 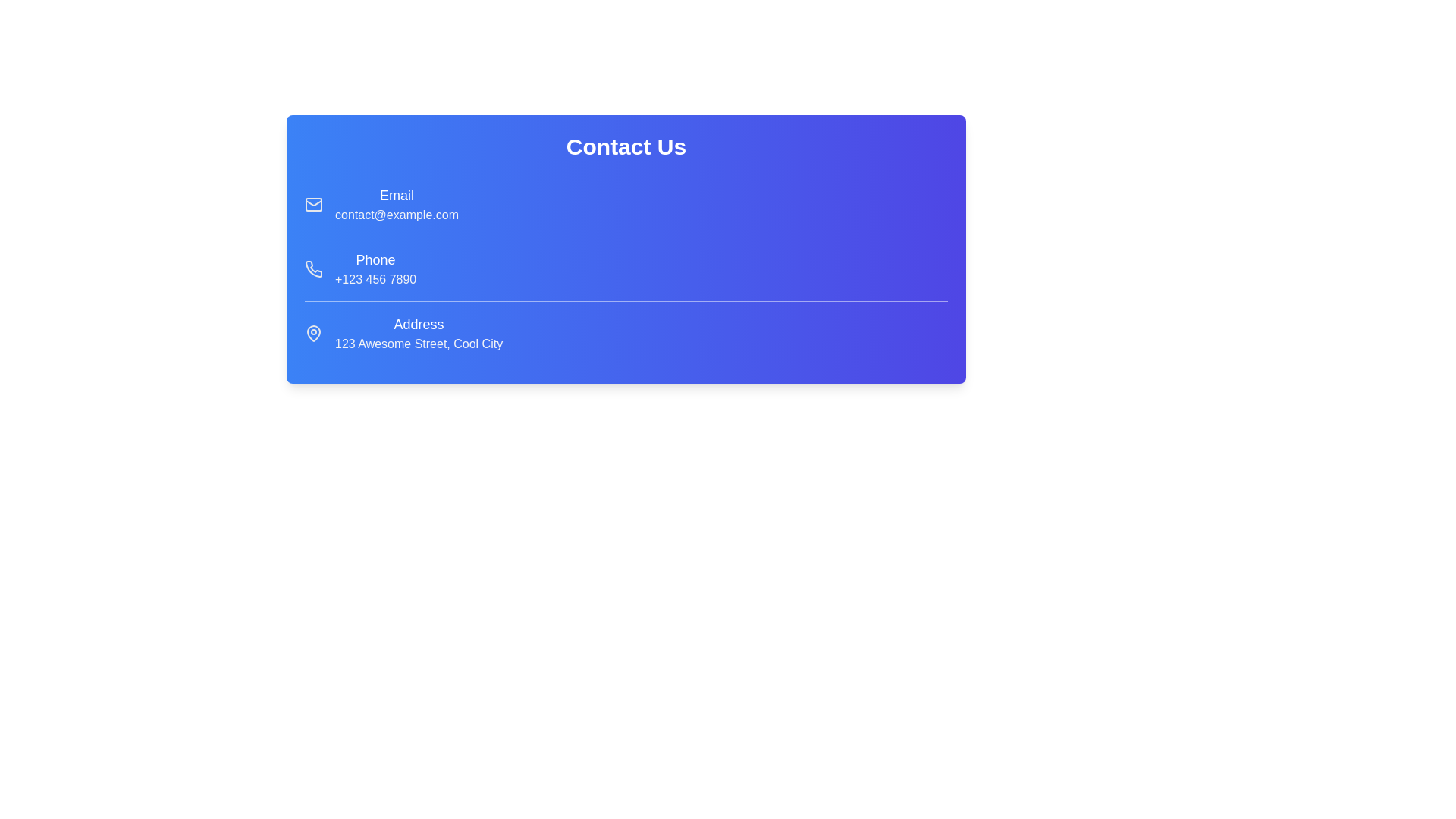 I want to click on the graphical line forming the shape of an envelope's flap, which is the second element within the email icon located to the left of the text 'Email', so click(x=312, y=201).